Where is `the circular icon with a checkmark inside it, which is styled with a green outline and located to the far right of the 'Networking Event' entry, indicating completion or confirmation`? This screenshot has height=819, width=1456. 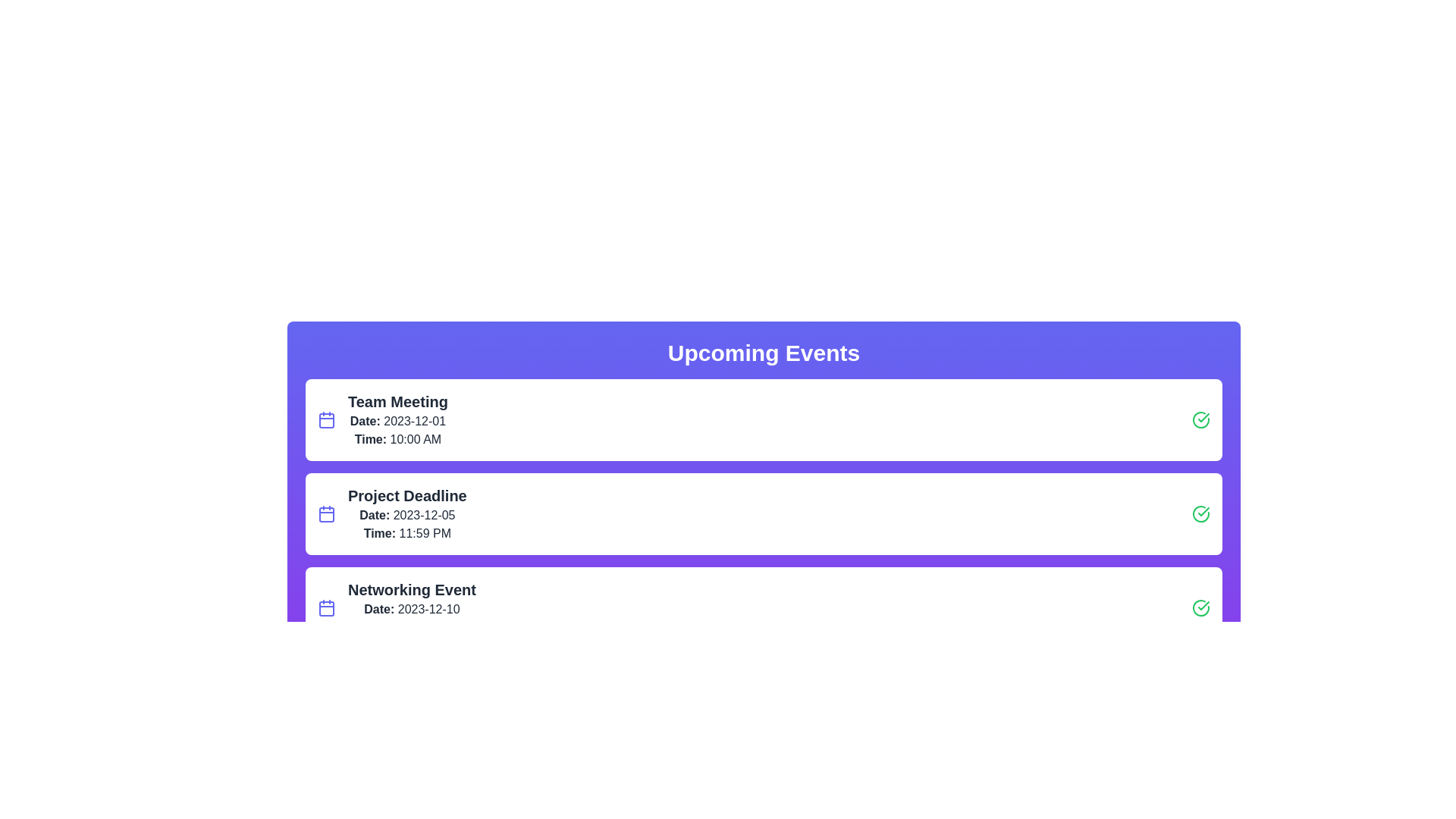
the circular icon with a checkmark inside it, which is styled with a green outline and located to the far right of the 'Networking Event' entry, indicating completion or confirmation is located at coordinates (1200, 607).